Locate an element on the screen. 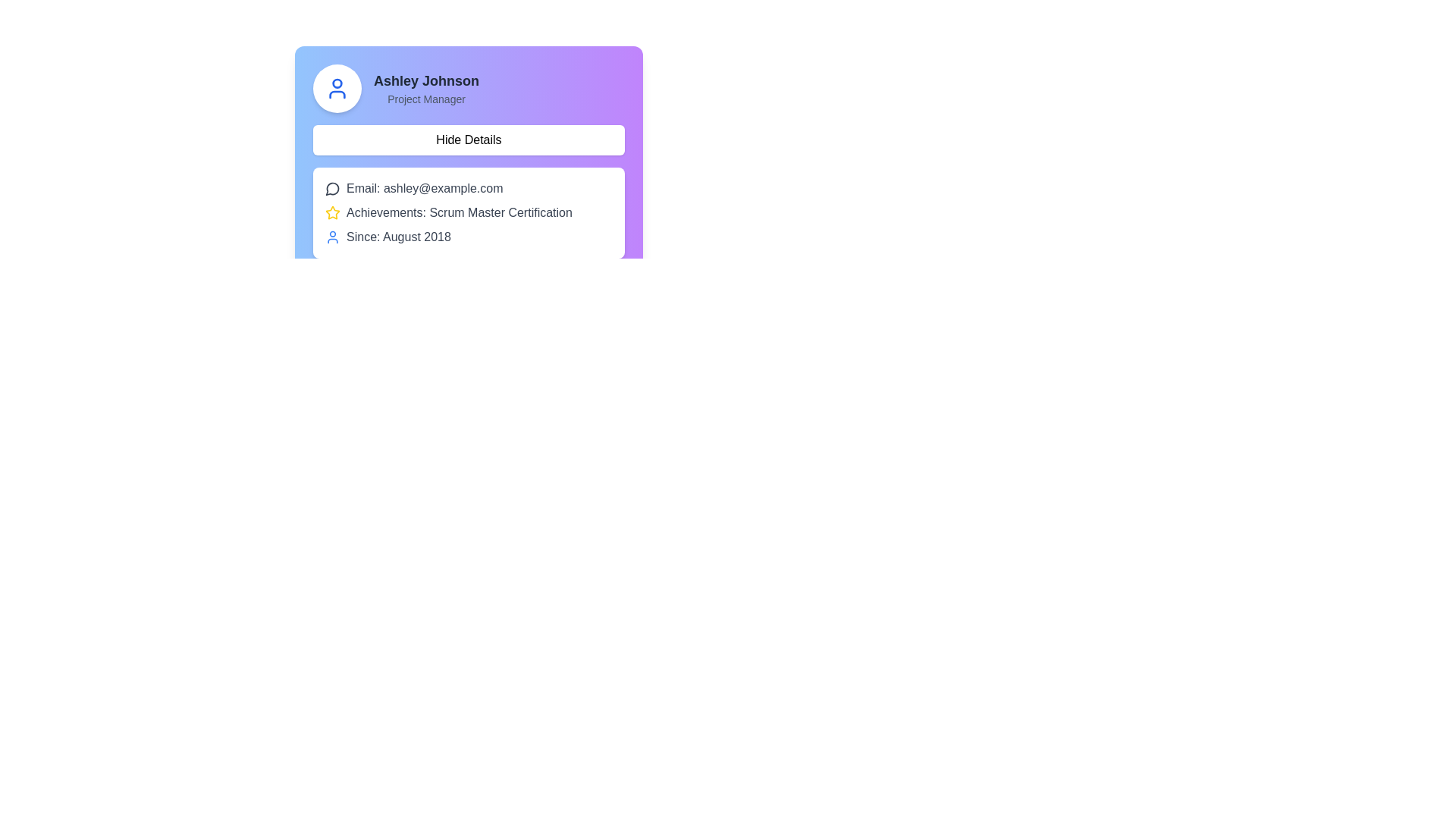 Image resolution: width=1456 pixels, height=819 pixels. the static text label 'Project Manager' located below the name 'Ashley Johnson' in the profile card is located at coordinates (425, 99).